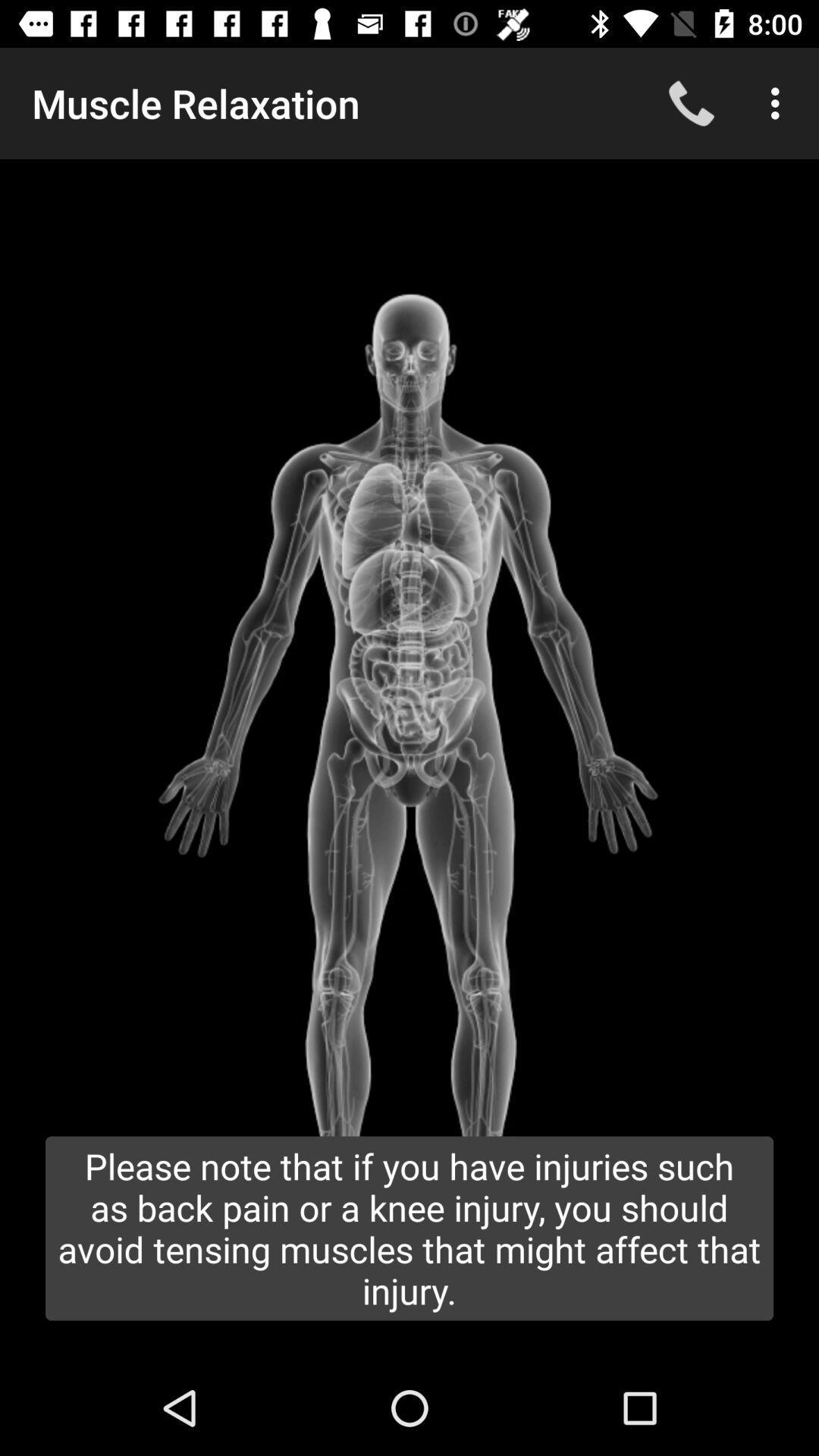 The height and width of the screenshot is (1456, 819). Describe the element at coordinates (691, 102) in the screenshot. I see `icon to the right of muscle relaxation item` at that location.